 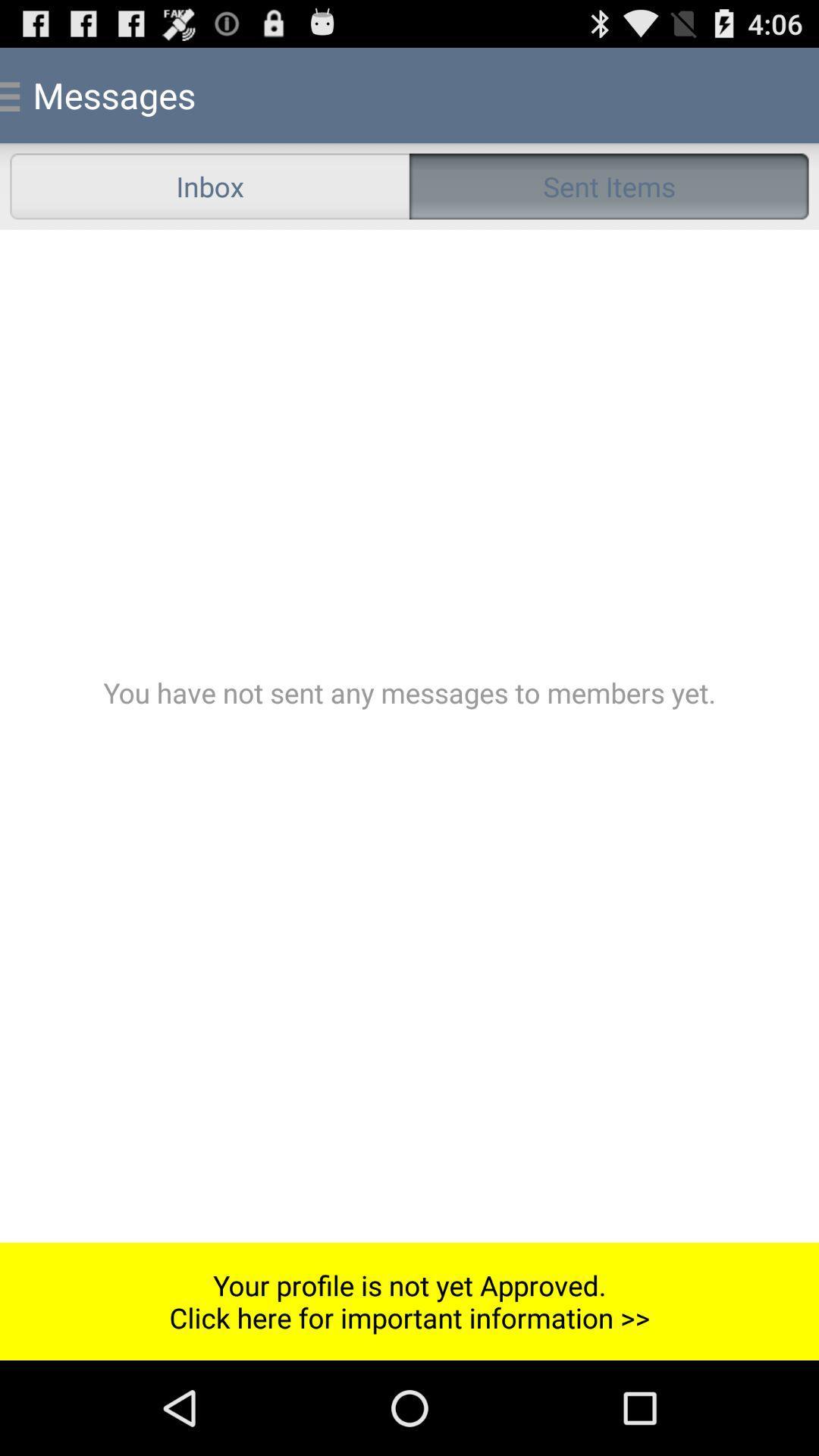 I want to click on the icon below the inbox radio button, so click(x=409, y=736).